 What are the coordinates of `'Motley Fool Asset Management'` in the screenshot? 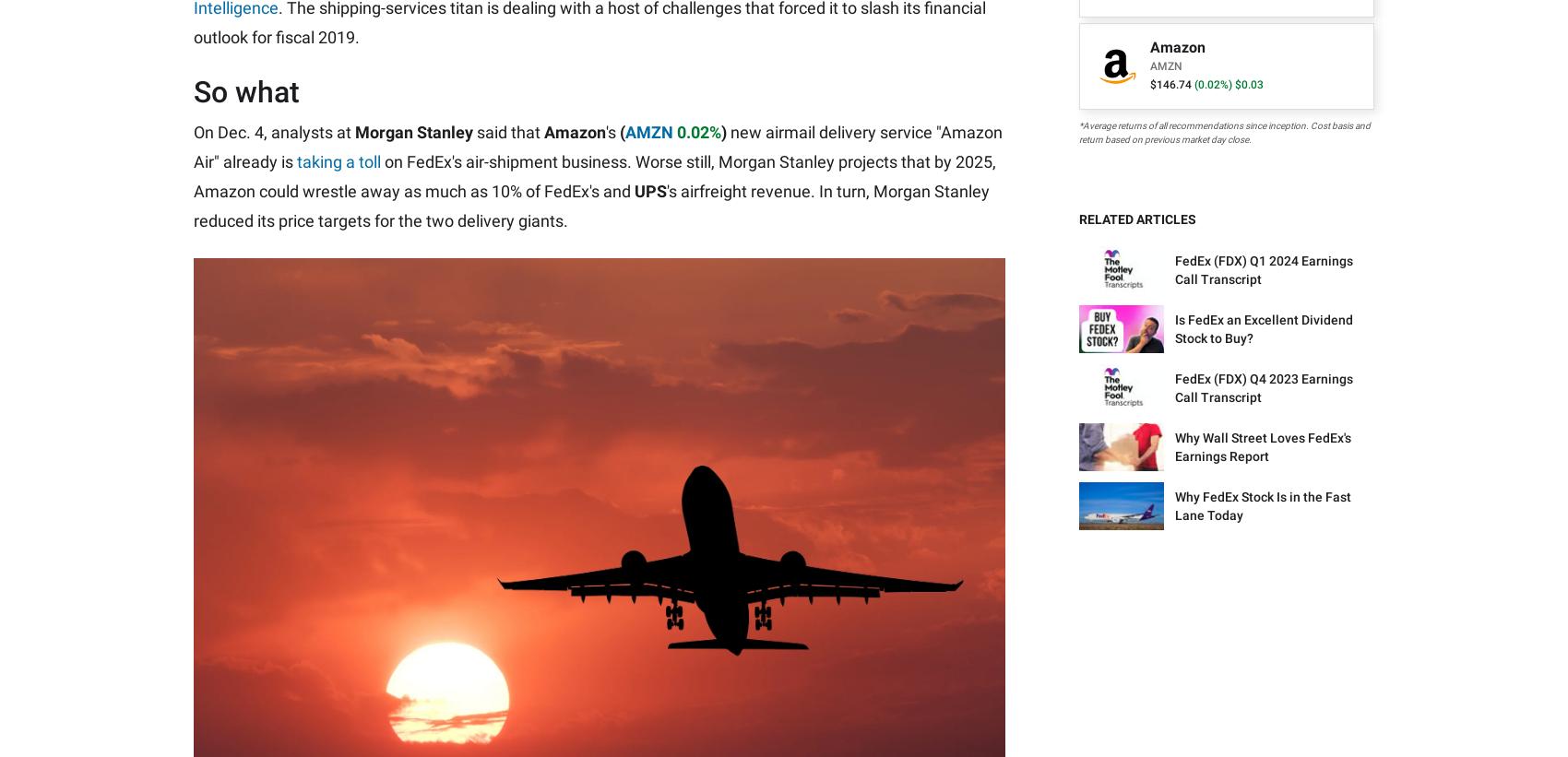 It's located at (1260, 254).